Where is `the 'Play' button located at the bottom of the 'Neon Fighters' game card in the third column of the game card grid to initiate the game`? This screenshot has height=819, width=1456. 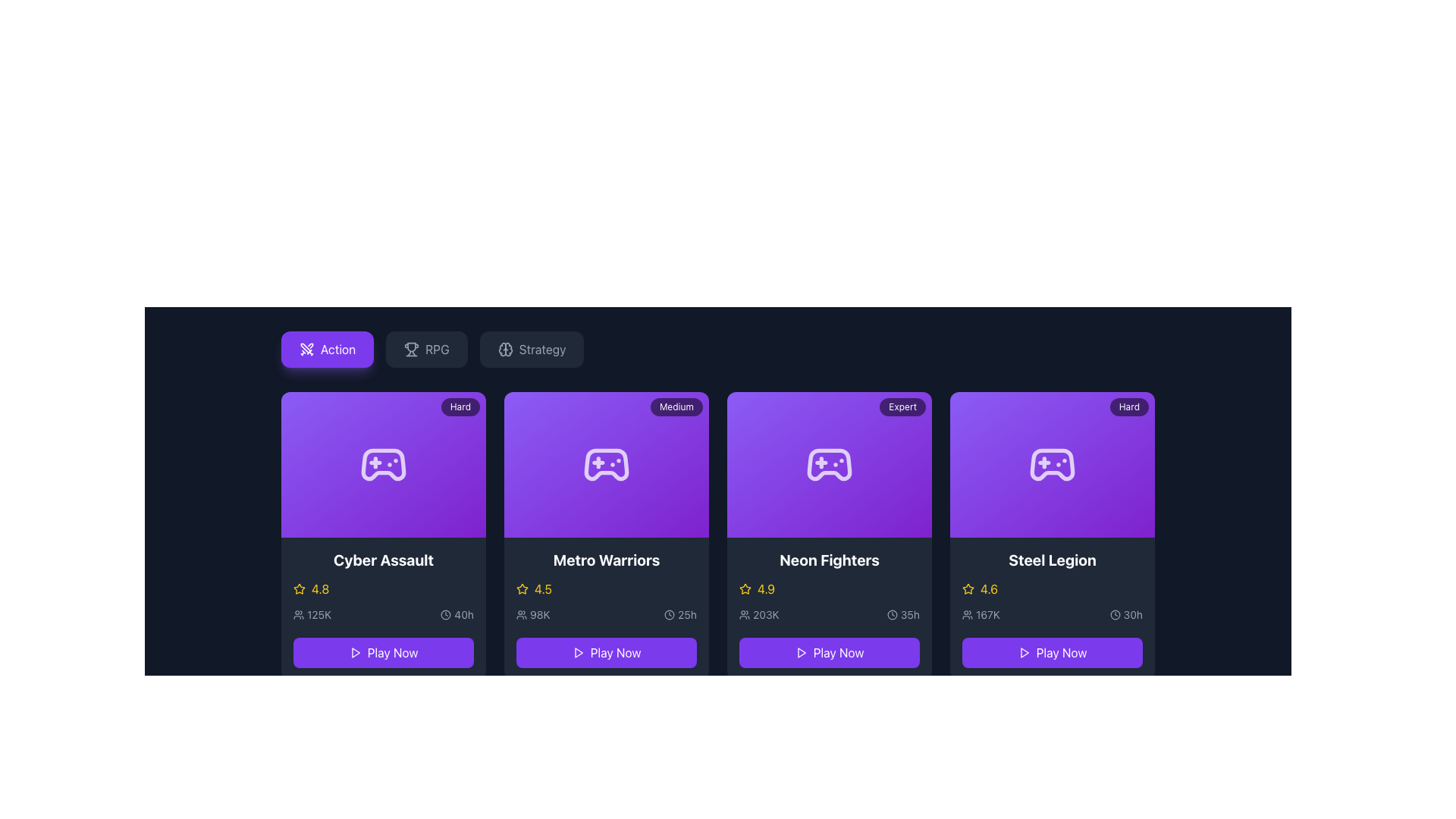
the 'Play' button located at the bottom of the 'Neon Fighters' game card in the third column of the game card grid to initiate the game is located at coordinates (829, 651).